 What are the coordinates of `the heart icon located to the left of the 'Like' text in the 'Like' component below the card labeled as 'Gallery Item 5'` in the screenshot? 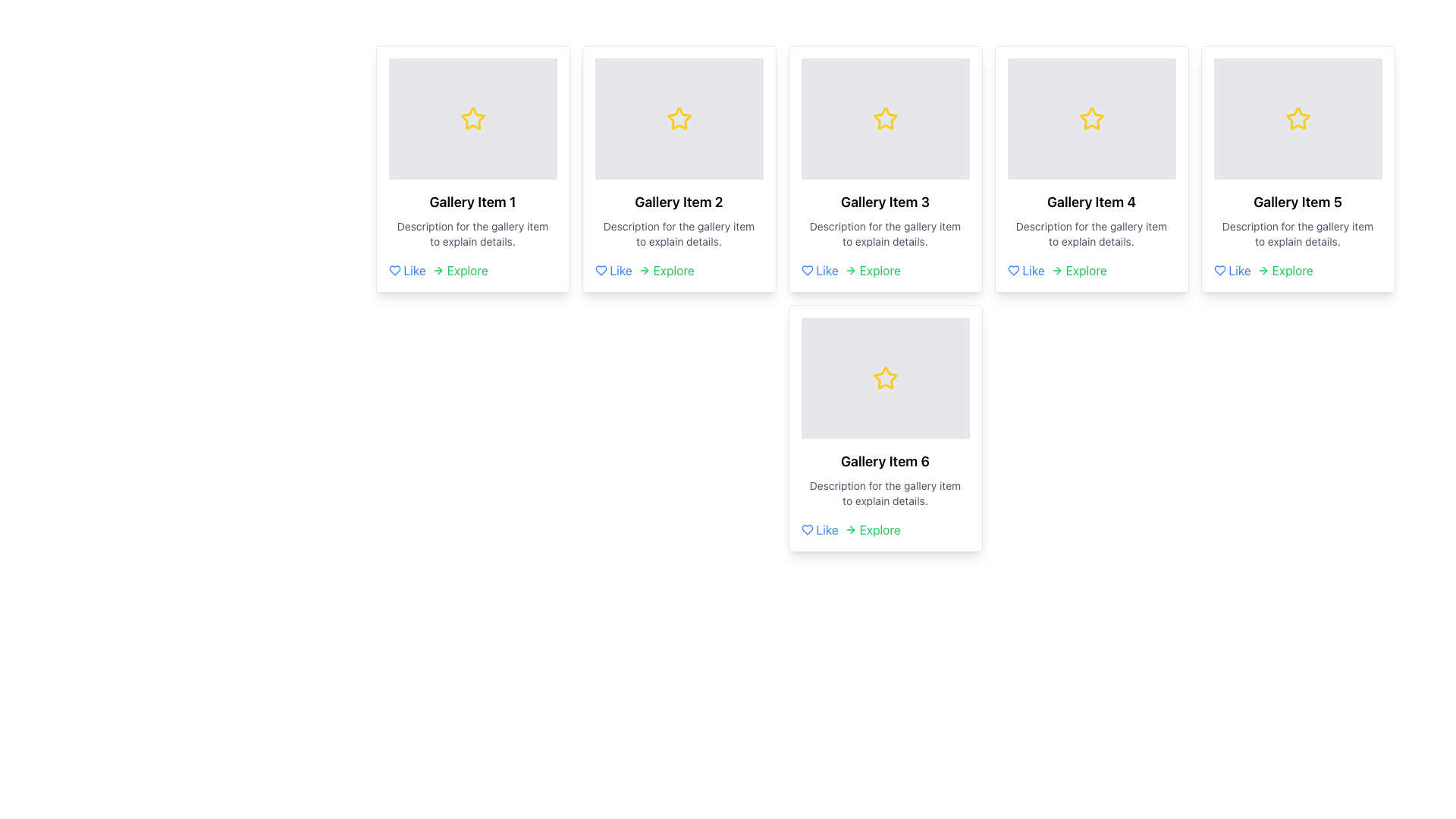 It's located at (1219, 270).